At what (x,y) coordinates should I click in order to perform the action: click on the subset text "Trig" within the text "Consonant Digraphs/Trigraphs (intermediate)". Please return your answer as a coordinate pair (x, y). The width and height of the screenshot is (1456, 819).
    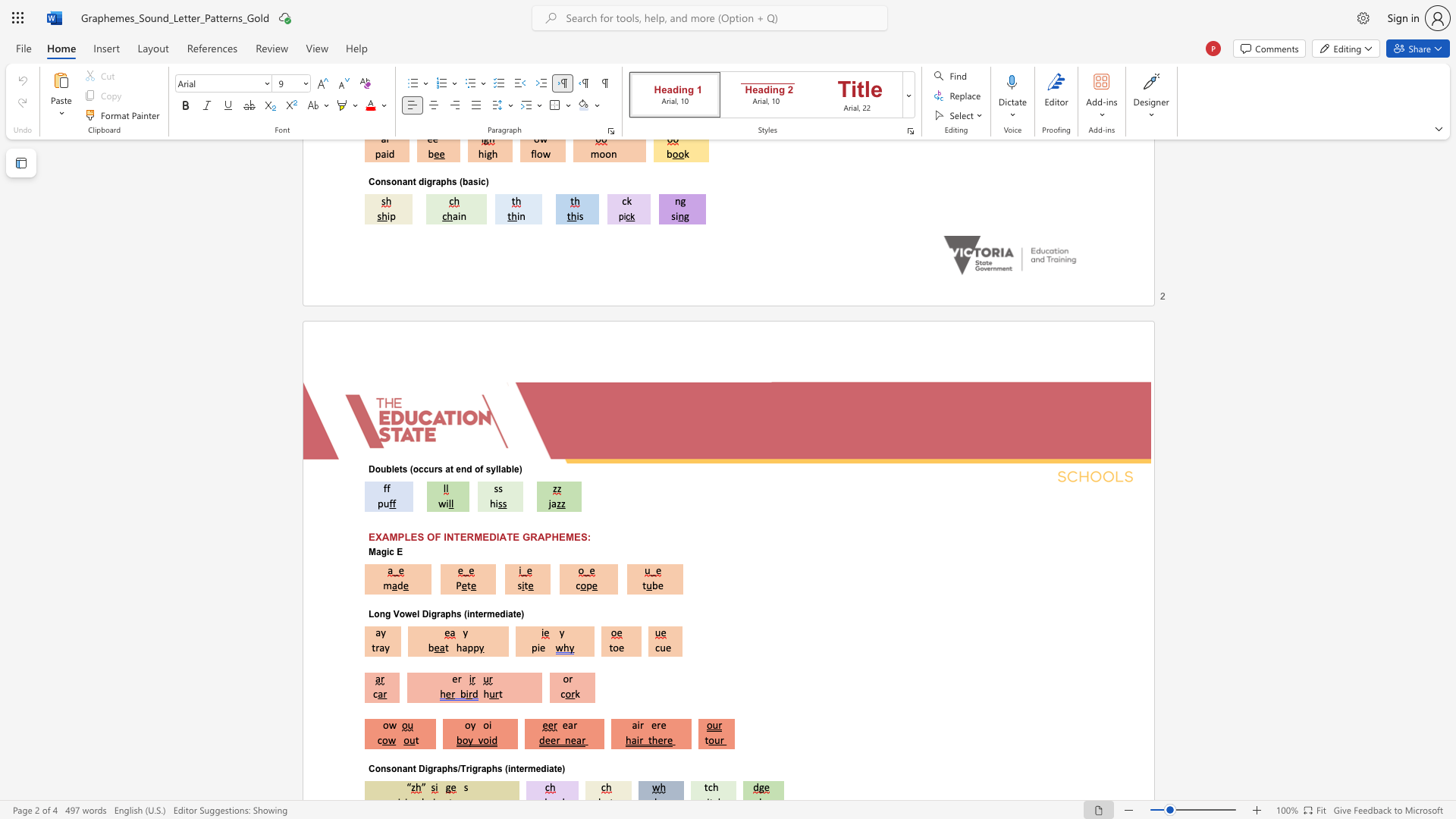
    Looking at the image, I should click on (460, 768).